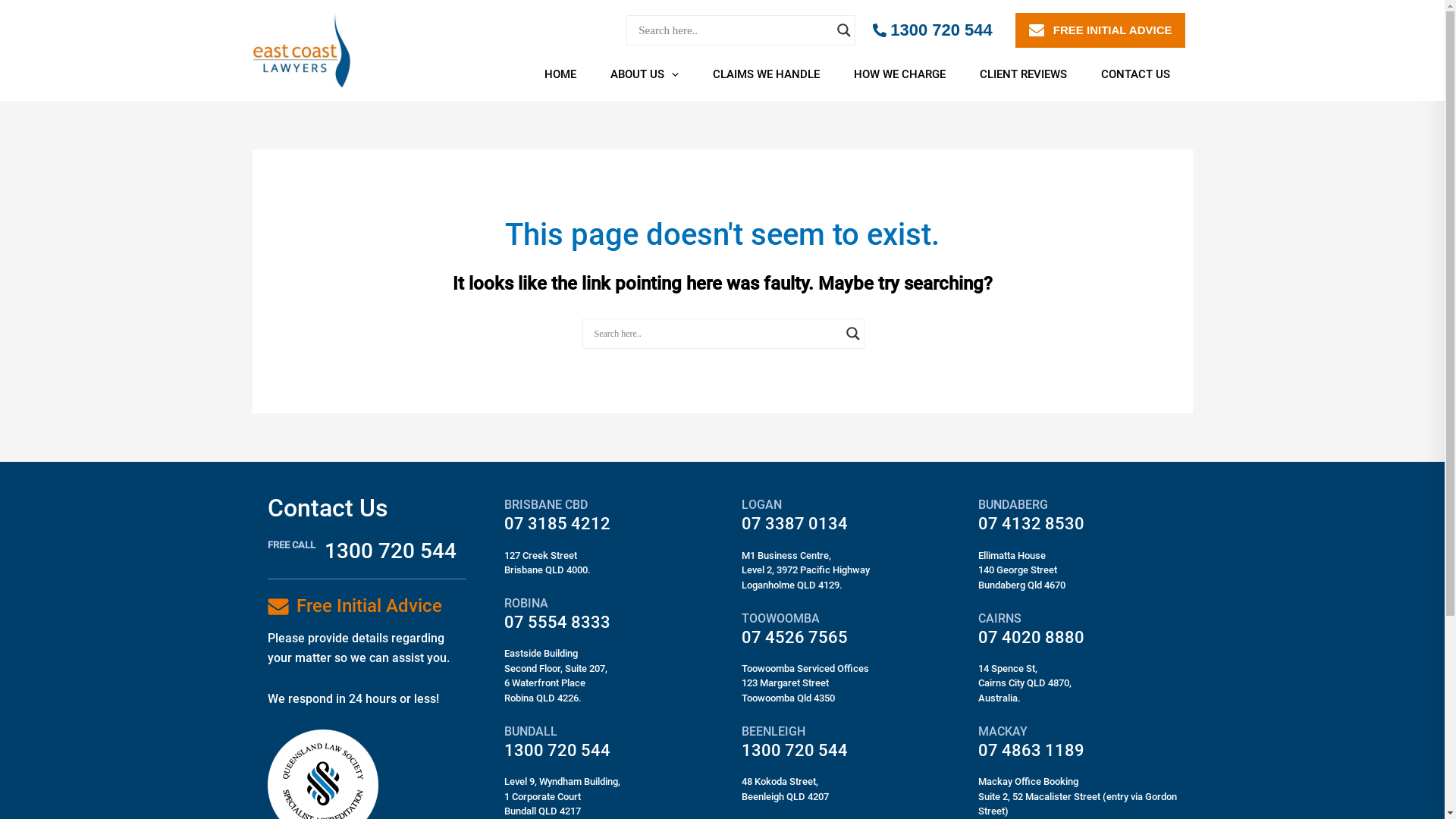  Describe the element at coordinates (771, 74) in the screenshot. I see `'CLAIMS WE HANDLE'` at that location.